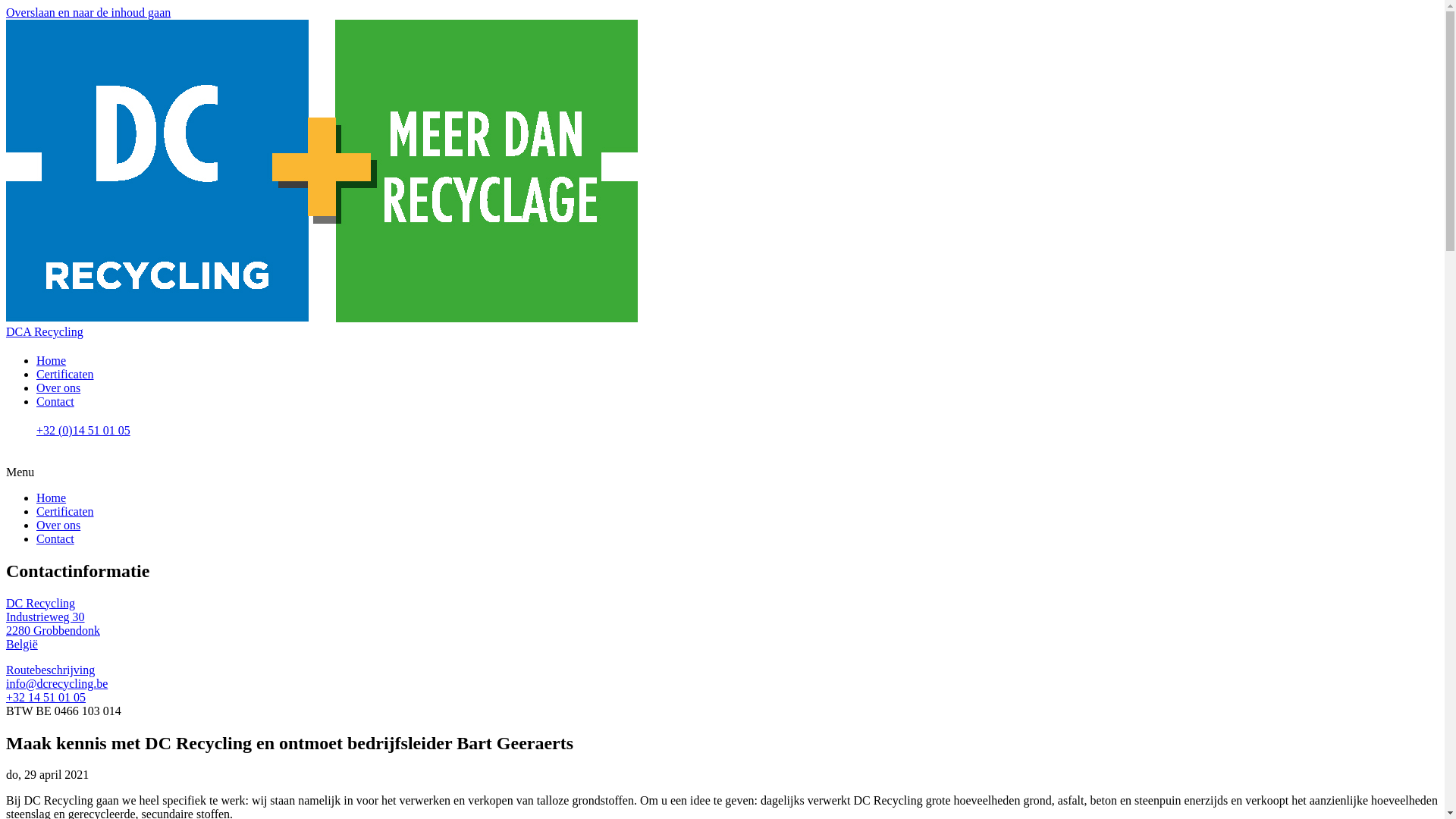 Image resolution: width=1456 pixels, height=819 pixels. Describe the element at coordinates (57, 683) in the screenshot. I see `'info@dcrecycling.be'` at that location.